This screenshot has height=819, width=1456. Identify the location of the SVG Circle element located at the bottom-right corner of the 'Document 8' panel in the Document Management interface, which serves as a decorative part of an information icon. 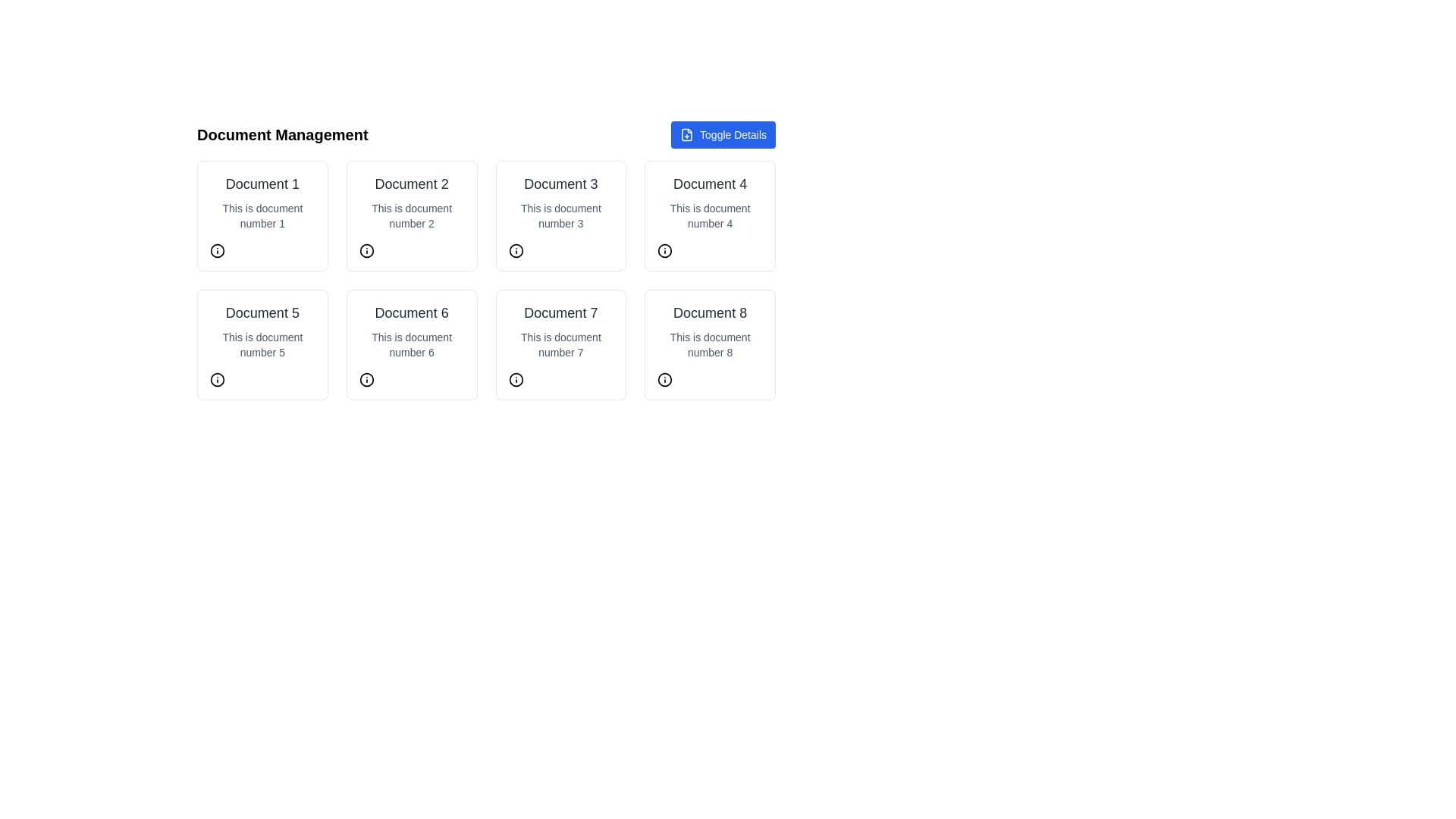
(665, 379).